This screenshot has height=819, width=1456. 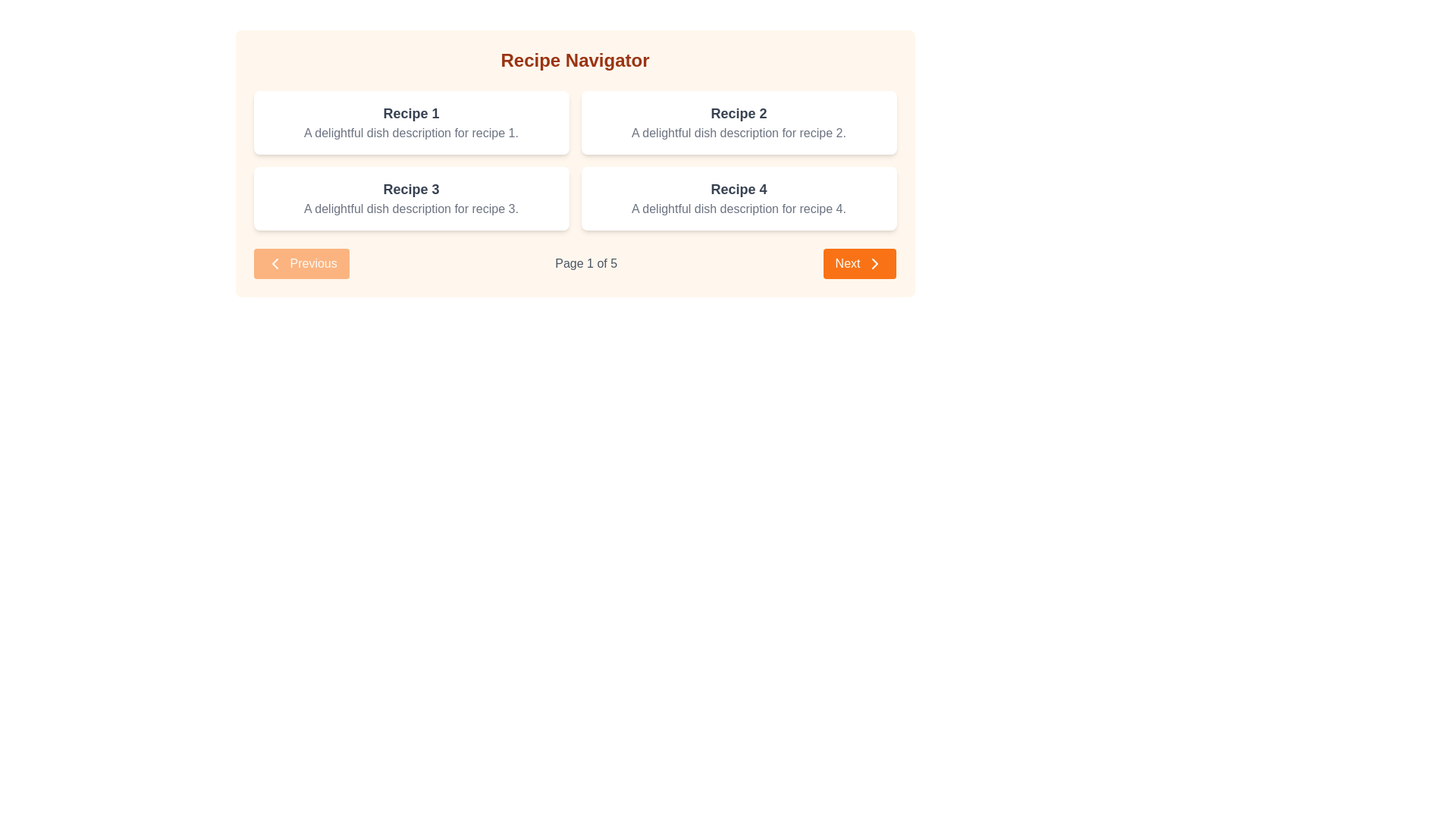 What do you see at coordinates (739, 198) in the screenshot?
I see `the recipe card for Recipe 4 located in the bottom-right position of the grid` at bounding box center [739, 198].